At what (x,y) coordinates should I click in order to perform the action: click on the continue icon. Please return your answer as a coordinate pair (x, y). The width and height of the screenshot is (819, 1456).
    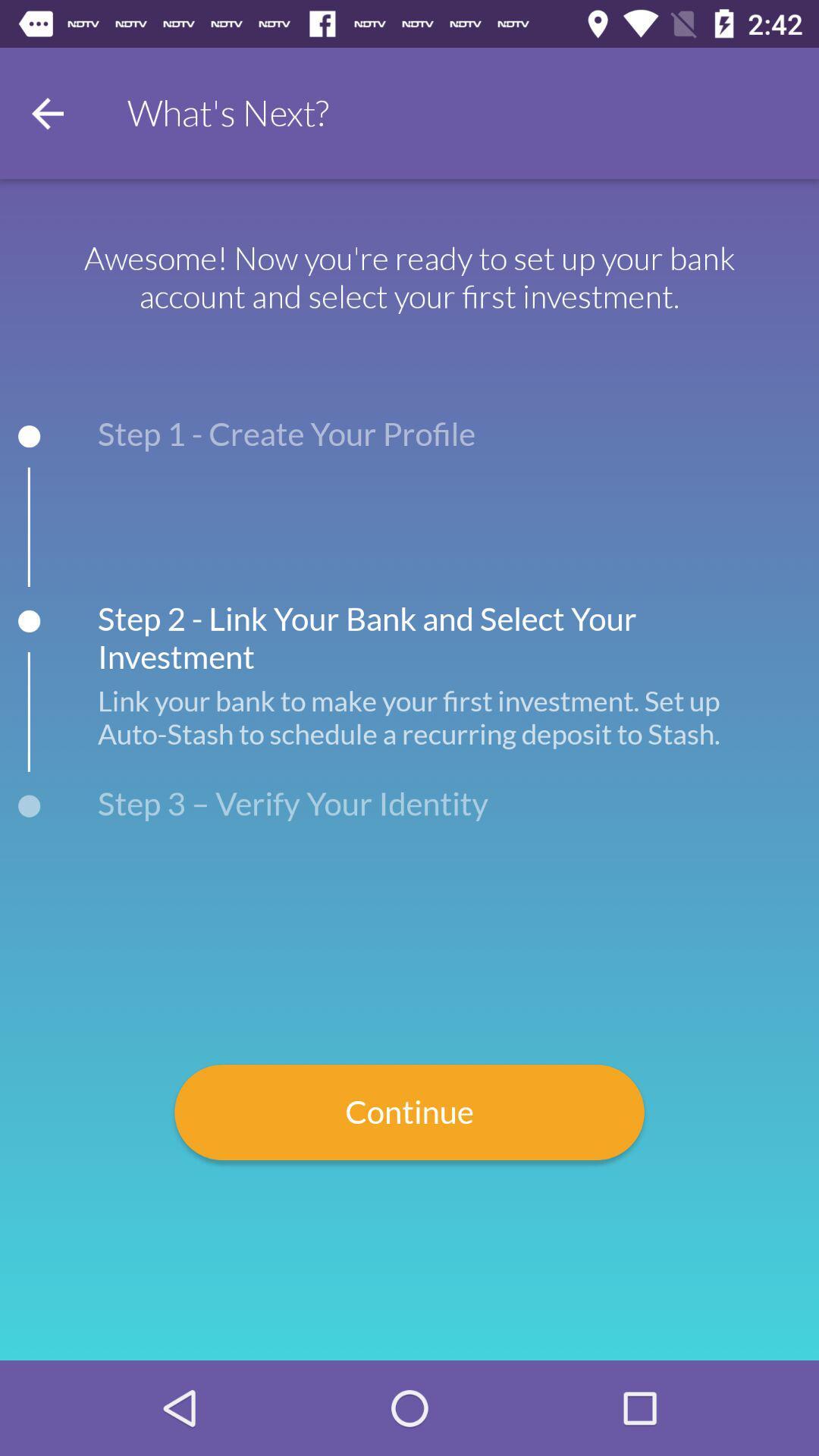
    Looking at the image, I should click on (409, 1112).